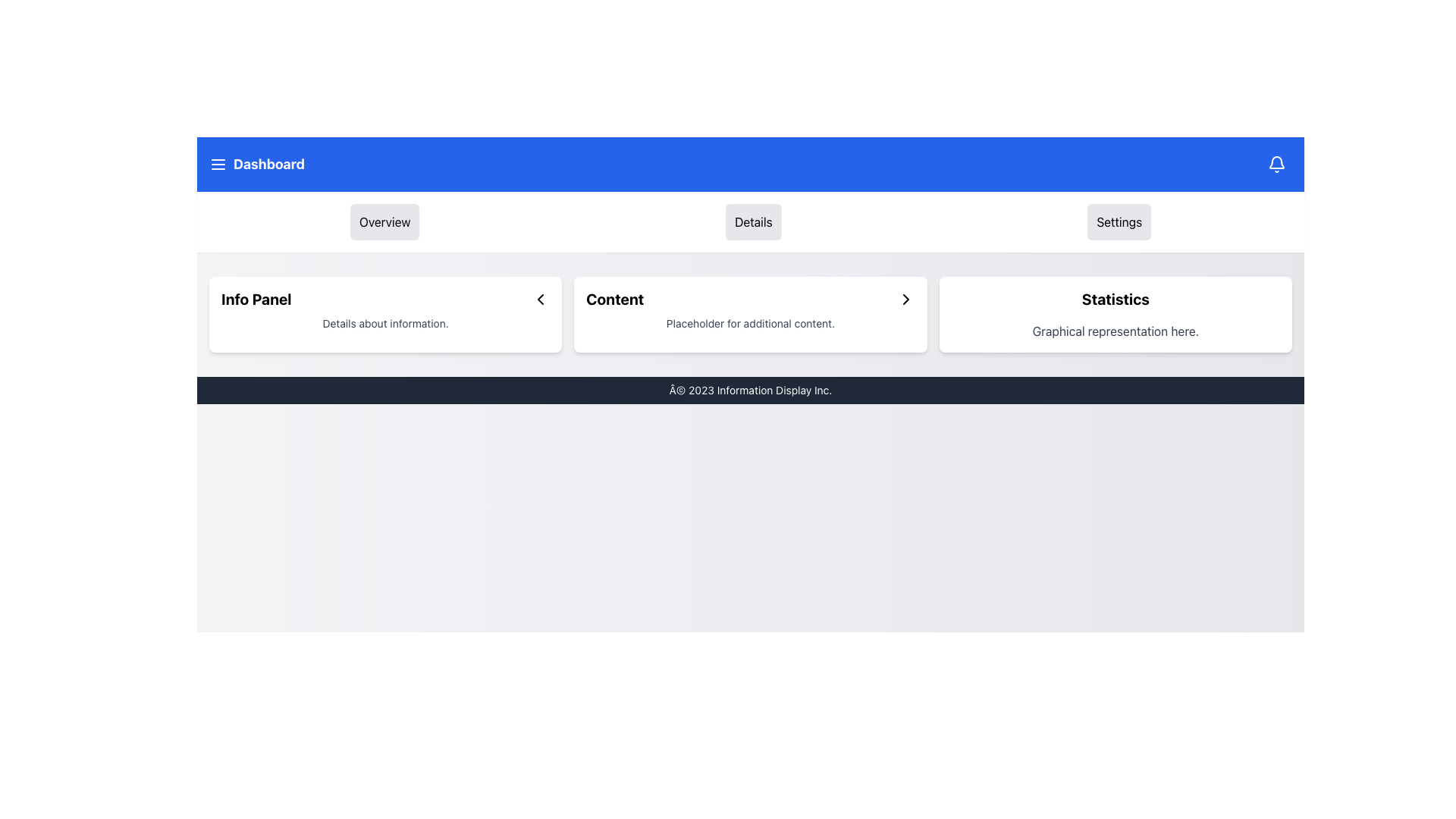 The image size is (1456, 819). What do you see at coordinates (384, 222) in the screenshot?
I see `the 'Overview' button, which is a rectangular button with rounded corners and a light gray background, located to the left of the 'Details' button in the top section of the interface` at bounding box center [384, 222].